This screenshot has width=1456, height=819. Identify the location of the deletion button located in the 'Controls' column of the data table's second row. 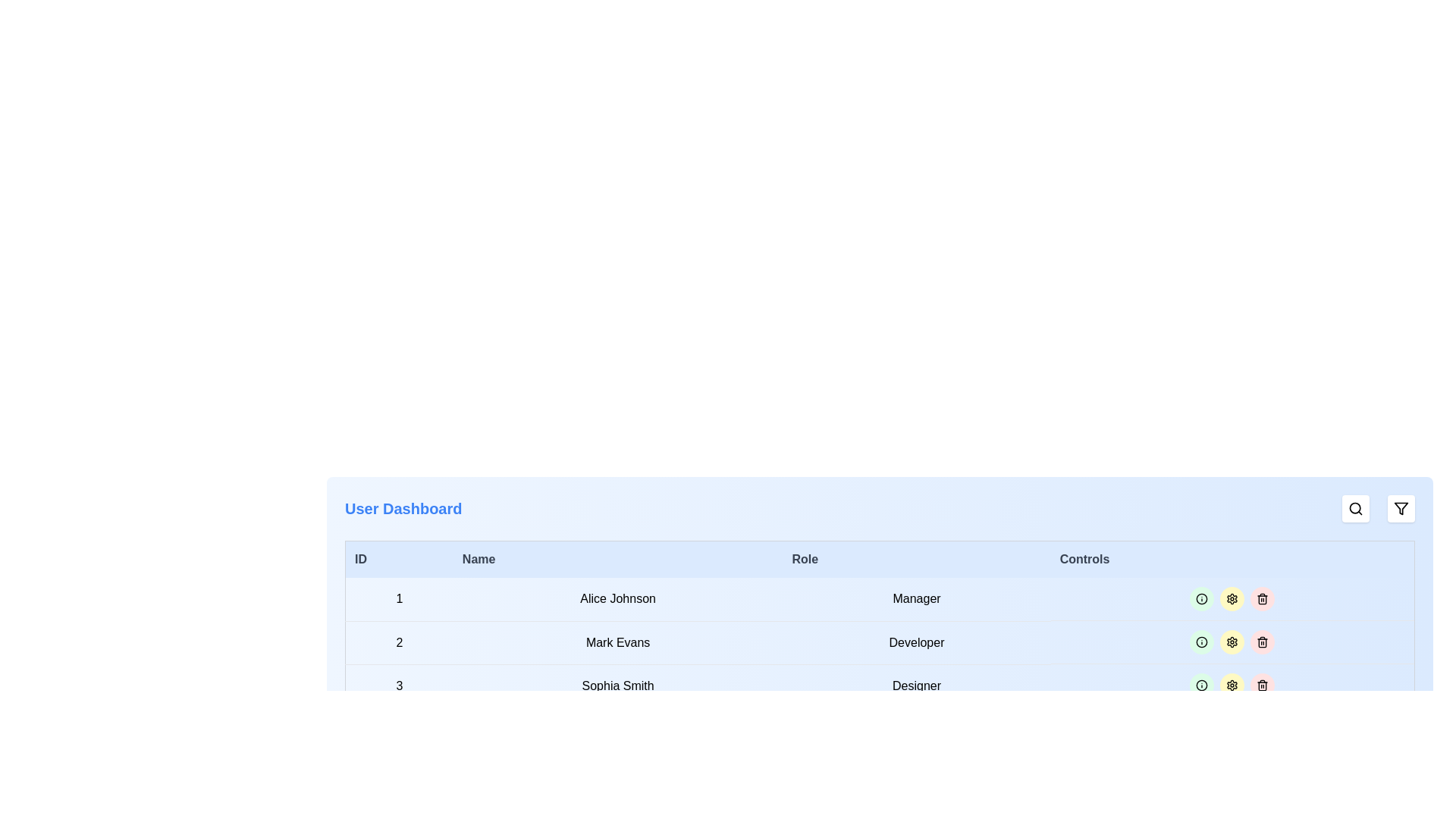
(1263, 642).